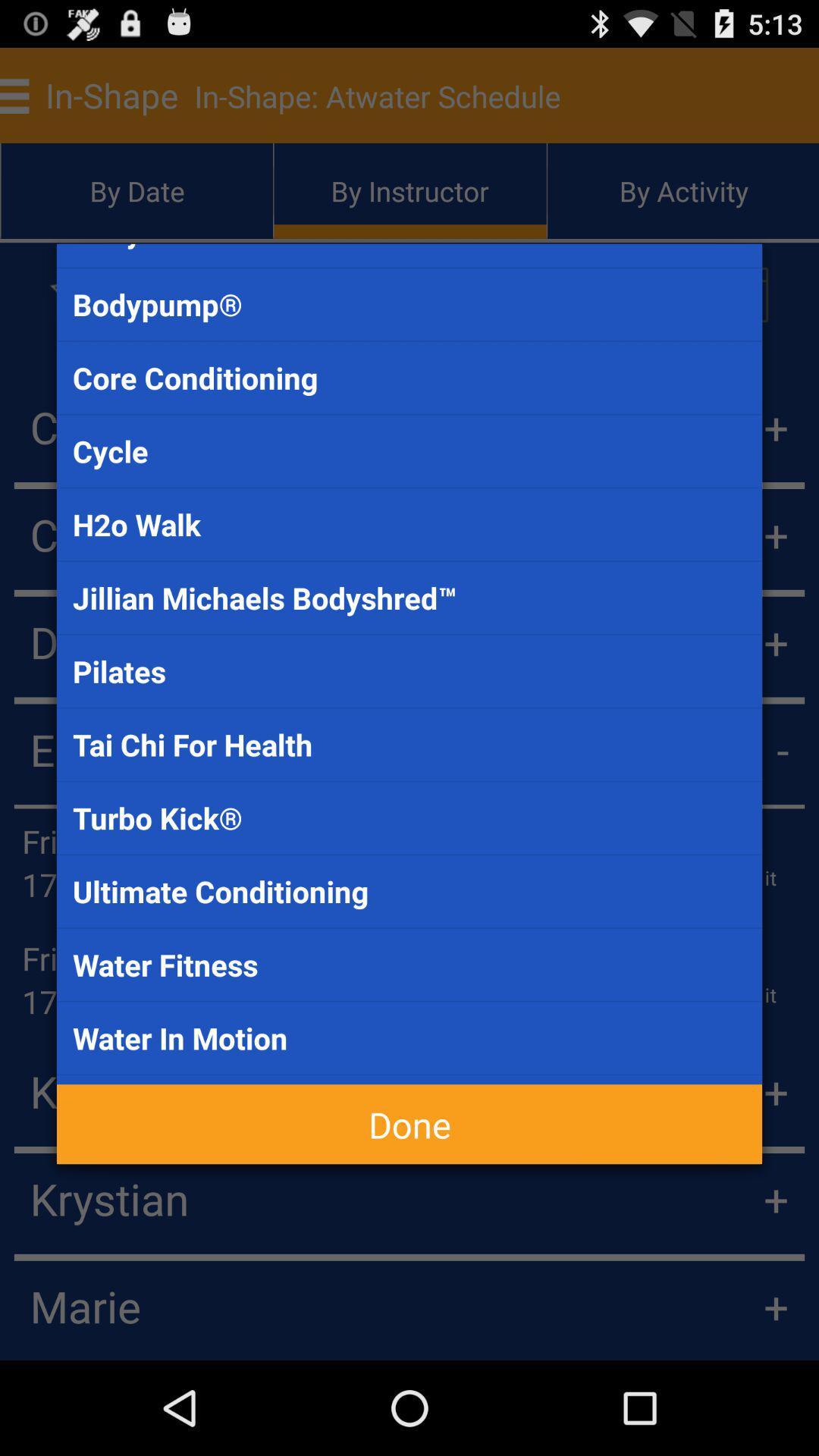  I want to click on the water fitness item, so click(409, 964).